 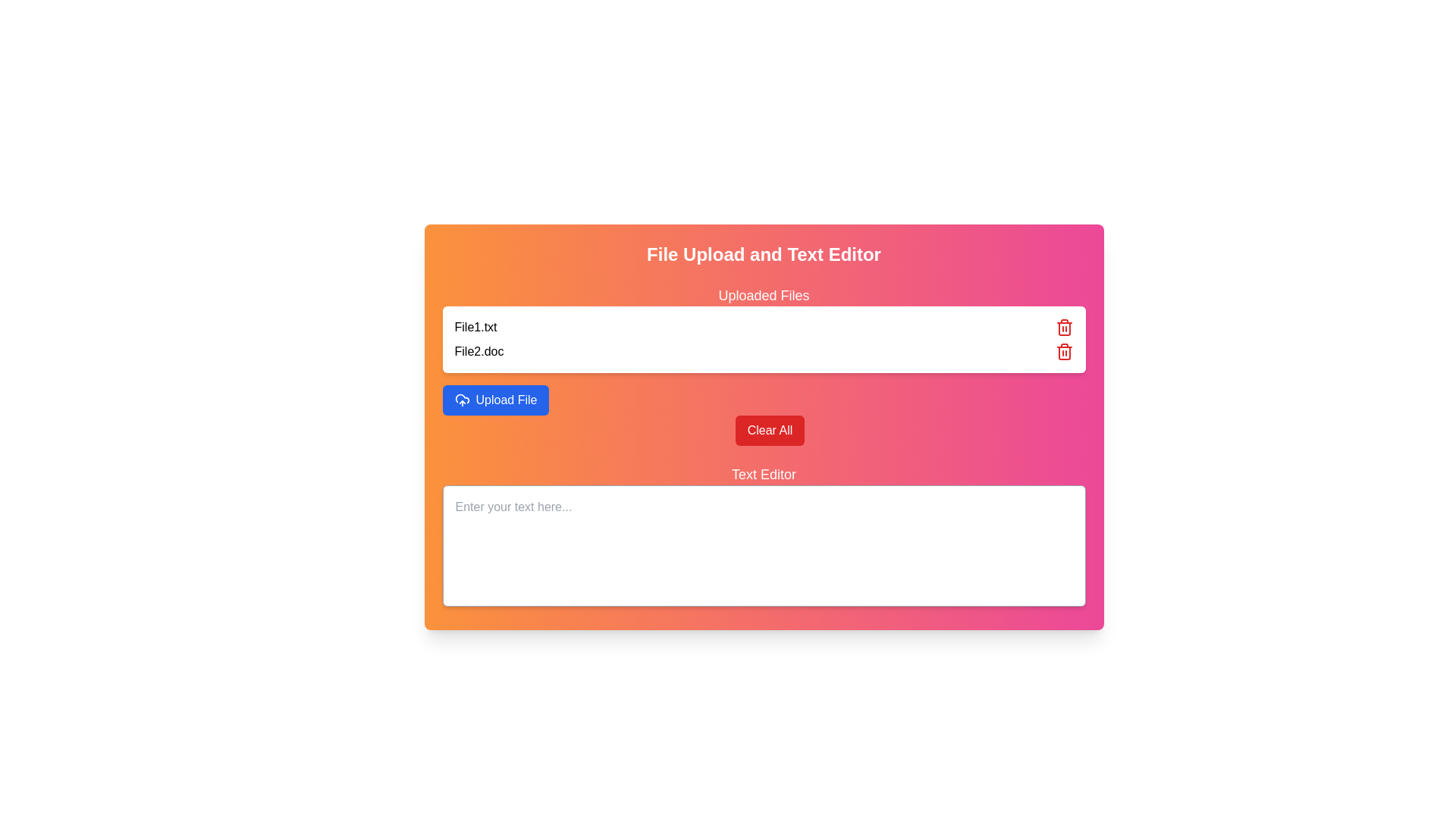 What do you see at coordinates (506, 400) in the screenshot?
I see `the 'Upload File' button to observe its hover effects, as indicated by the text label describing the upload action` at bounding box center [506, 400].